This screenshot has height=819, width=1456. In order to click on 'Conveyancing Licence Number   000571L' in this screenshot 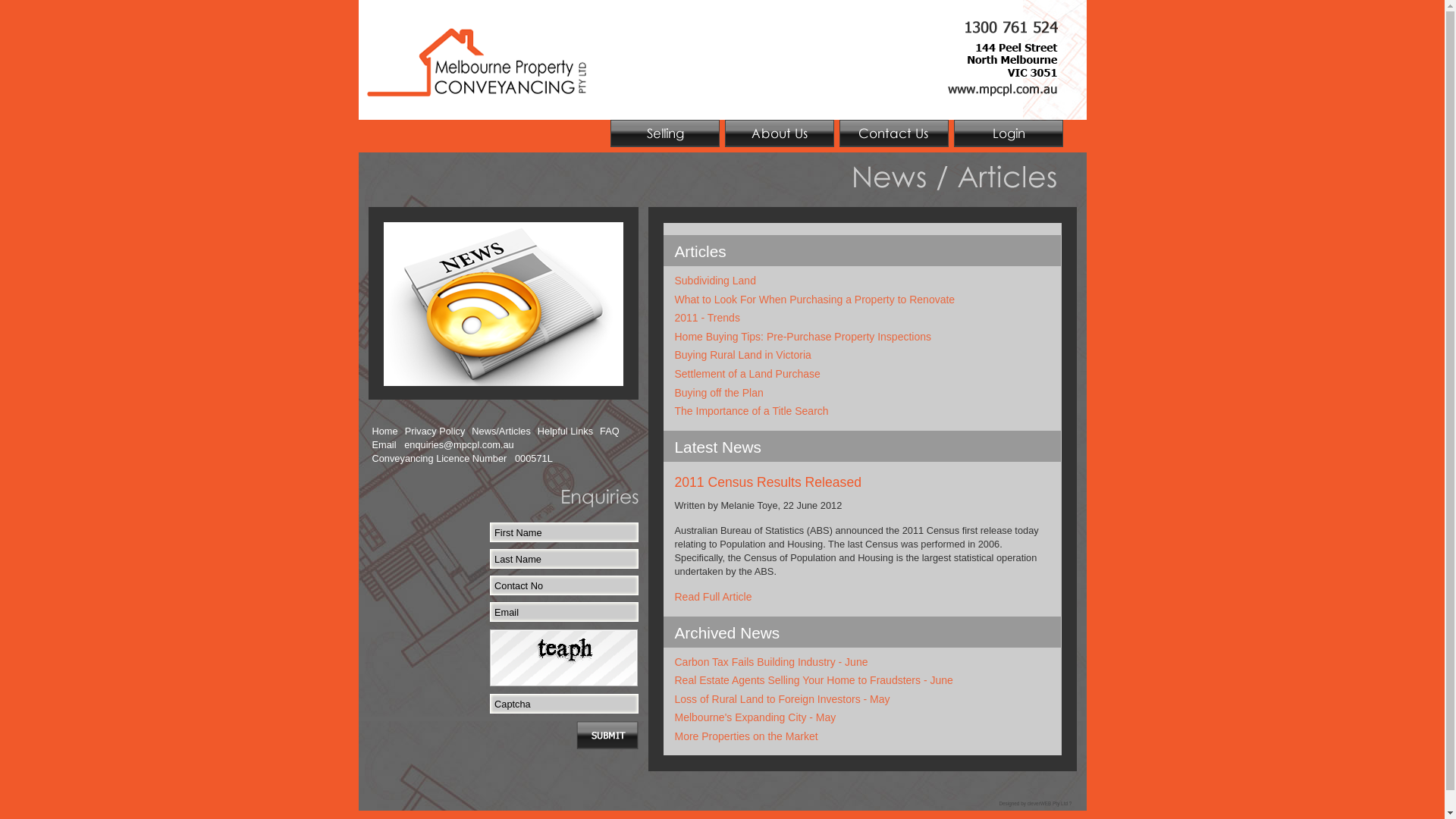, I will do `click(461, 458)`.